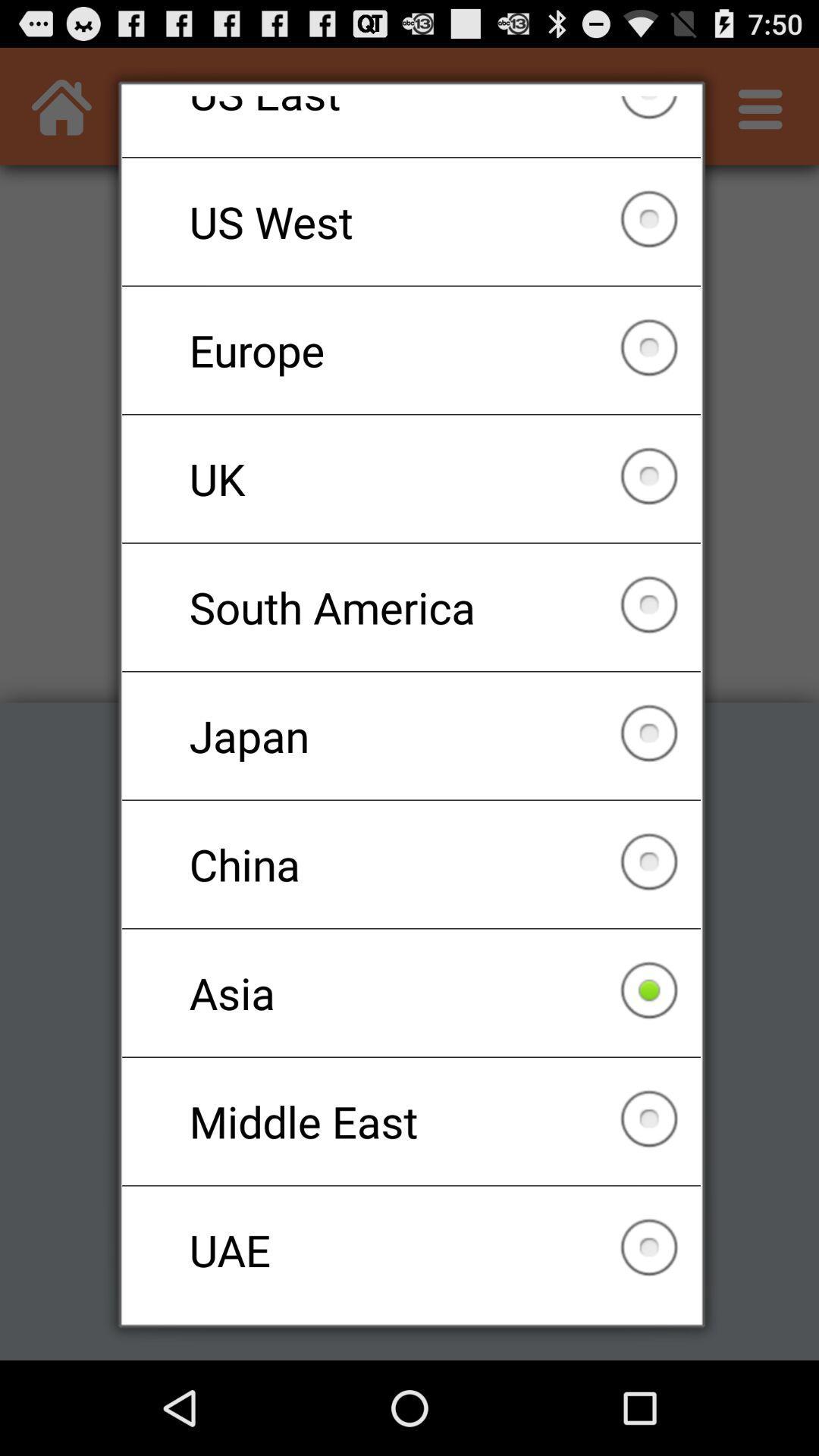 This screenshot has height=1456, width=819. What do you see at coordinates (411, 864) in the screenshot?
I see `the checkbox above     asia item` at bounding box center [411, 864].